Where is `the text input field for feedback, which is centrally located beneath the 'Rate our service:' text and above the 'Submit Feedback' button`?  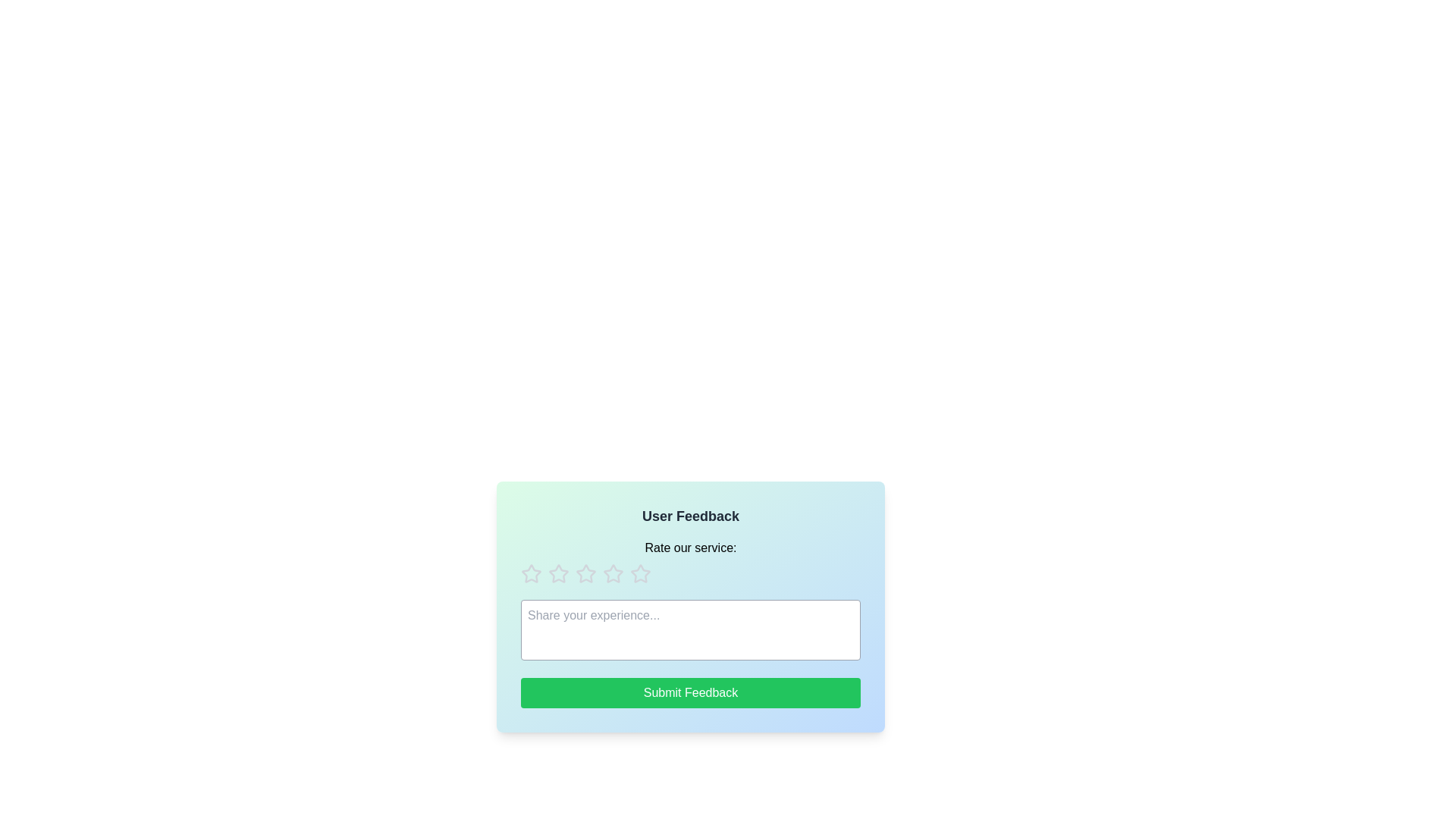 the text input field for feedback, which is centrally located beneath the 'Rate our service:' text and above the 'Submit Feedback' button is located at coordinates (690, 606).